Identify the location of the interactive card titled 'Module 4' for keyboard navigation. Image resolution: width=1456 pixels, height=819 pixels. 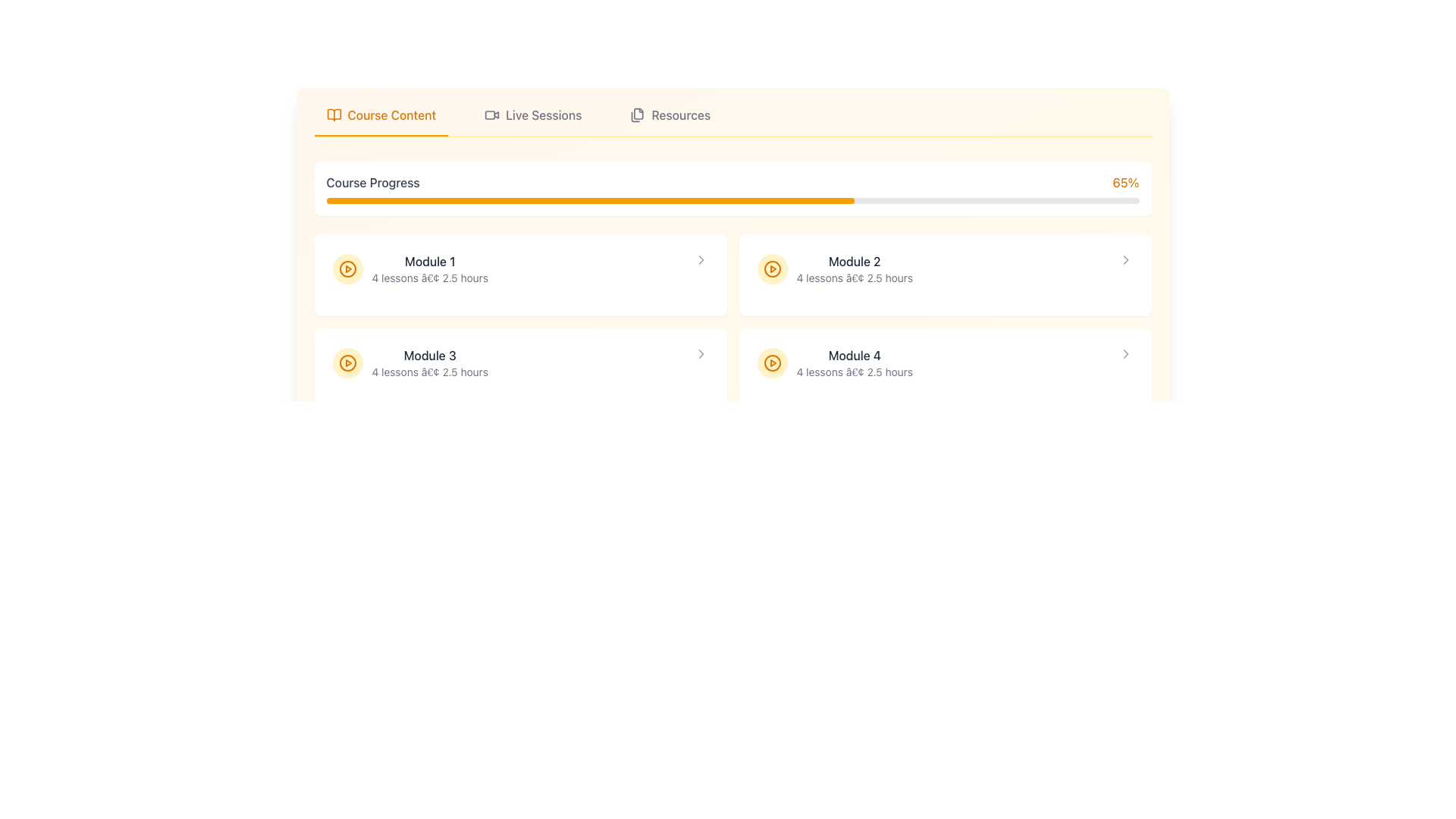
(944, 369).